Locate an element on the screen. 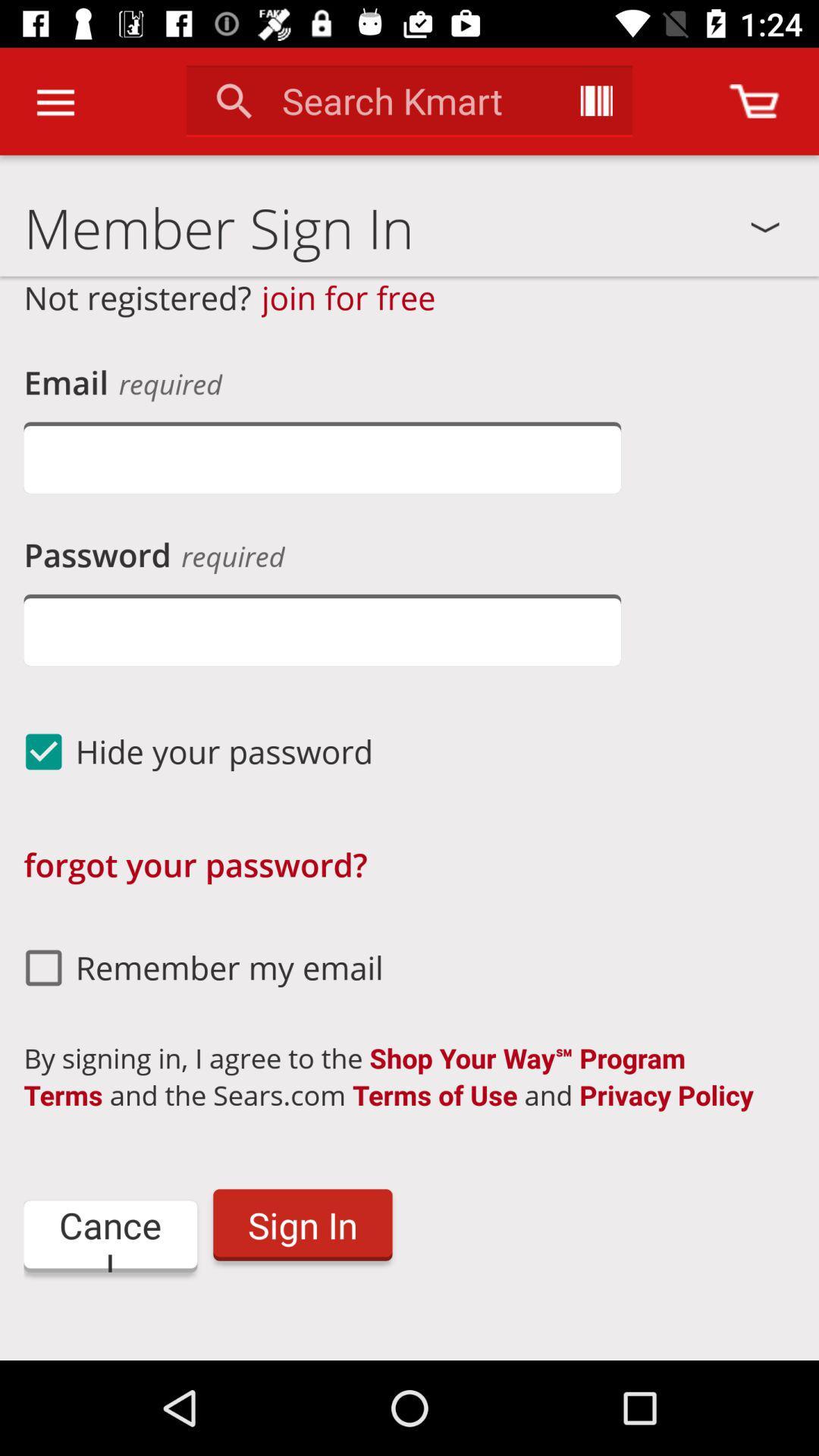 This screenshot has height=1456, width=819. by signing in is located at coordinates (400, 1075).